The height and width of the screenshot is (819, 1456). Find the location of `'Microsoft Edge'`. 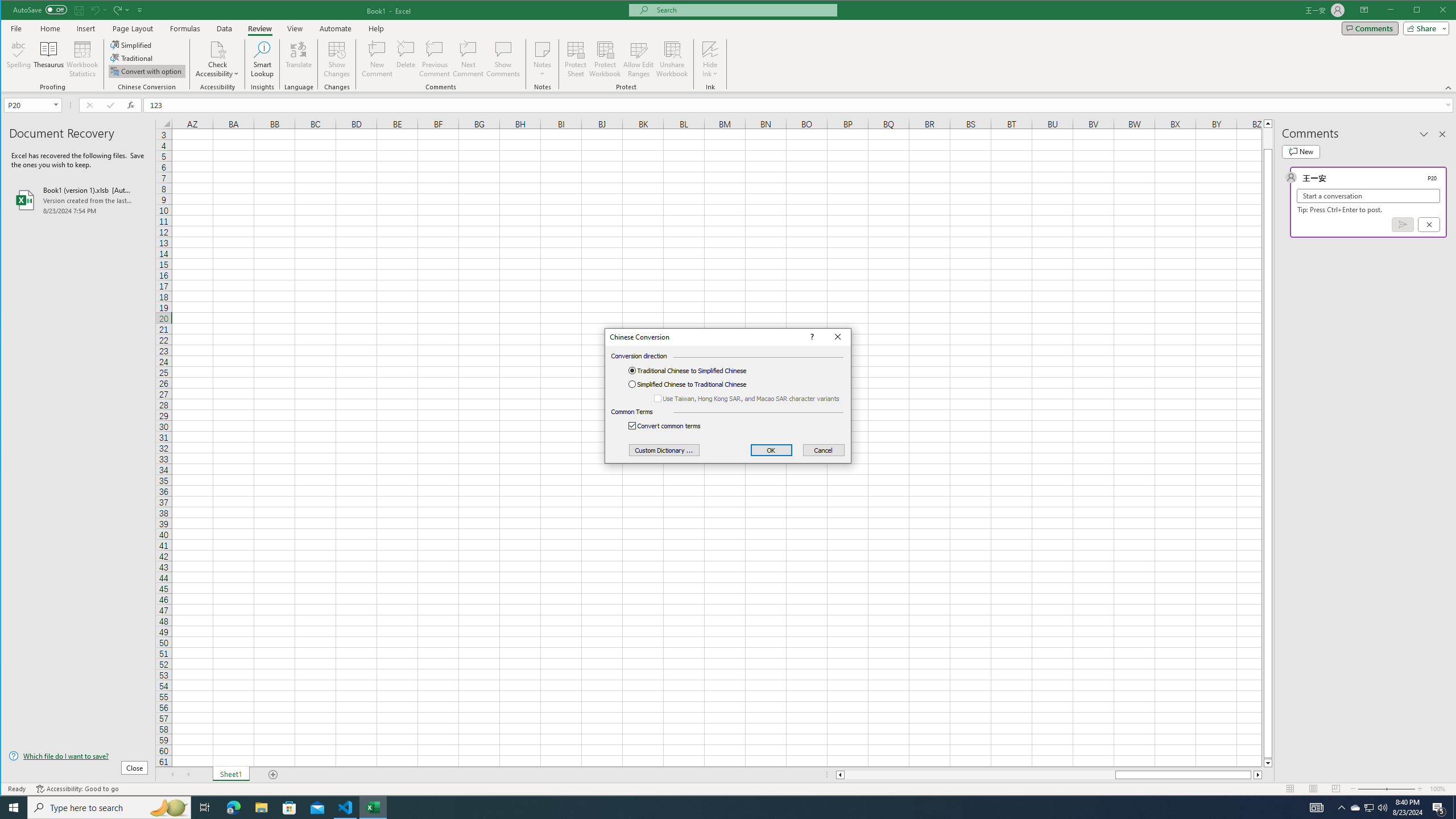

'Microsoft Edge' is located at coordinates (233, 806).